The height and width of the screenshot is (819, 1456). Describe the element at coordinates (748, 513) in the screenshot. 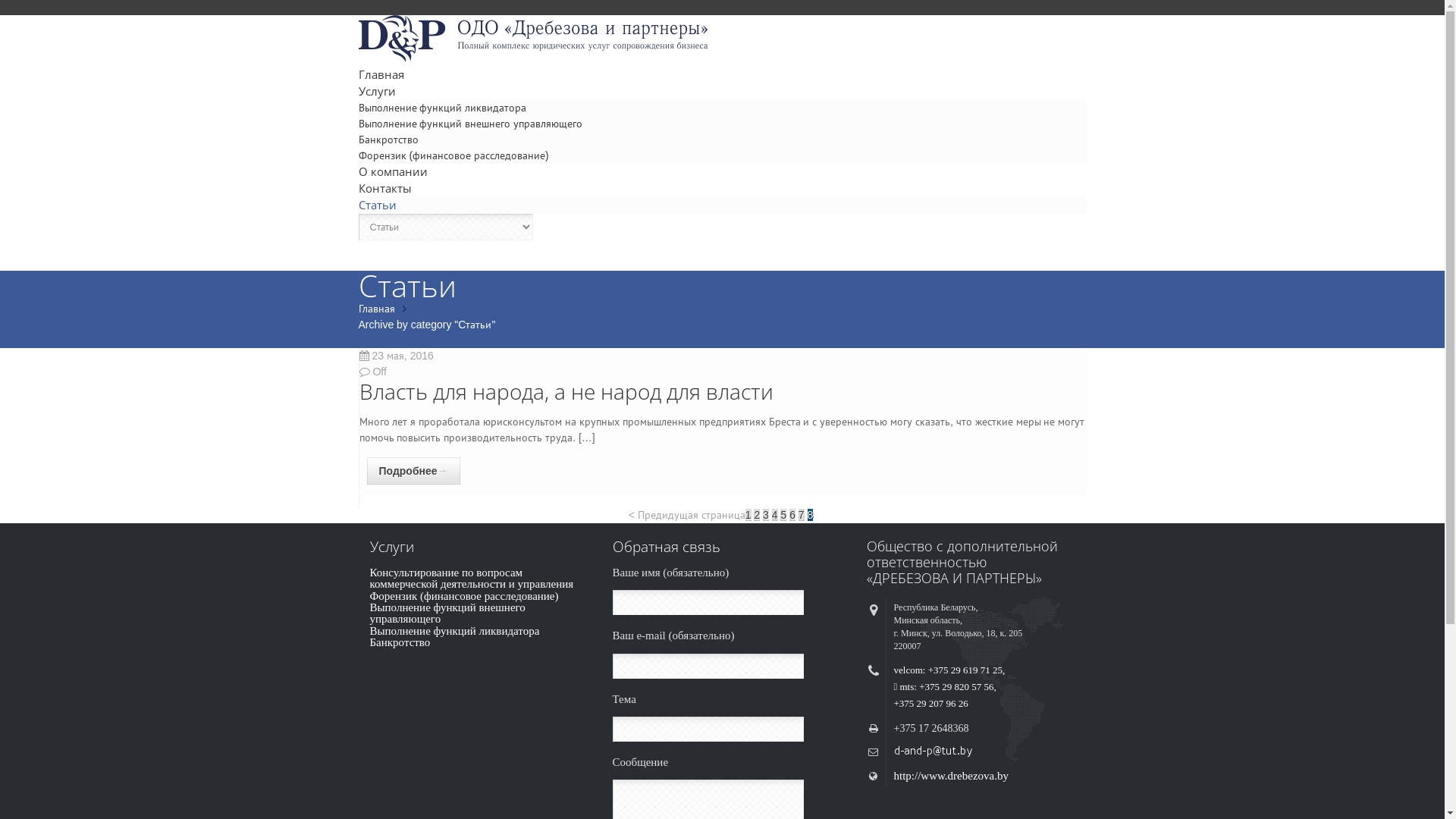

I see `'1'` at that location.